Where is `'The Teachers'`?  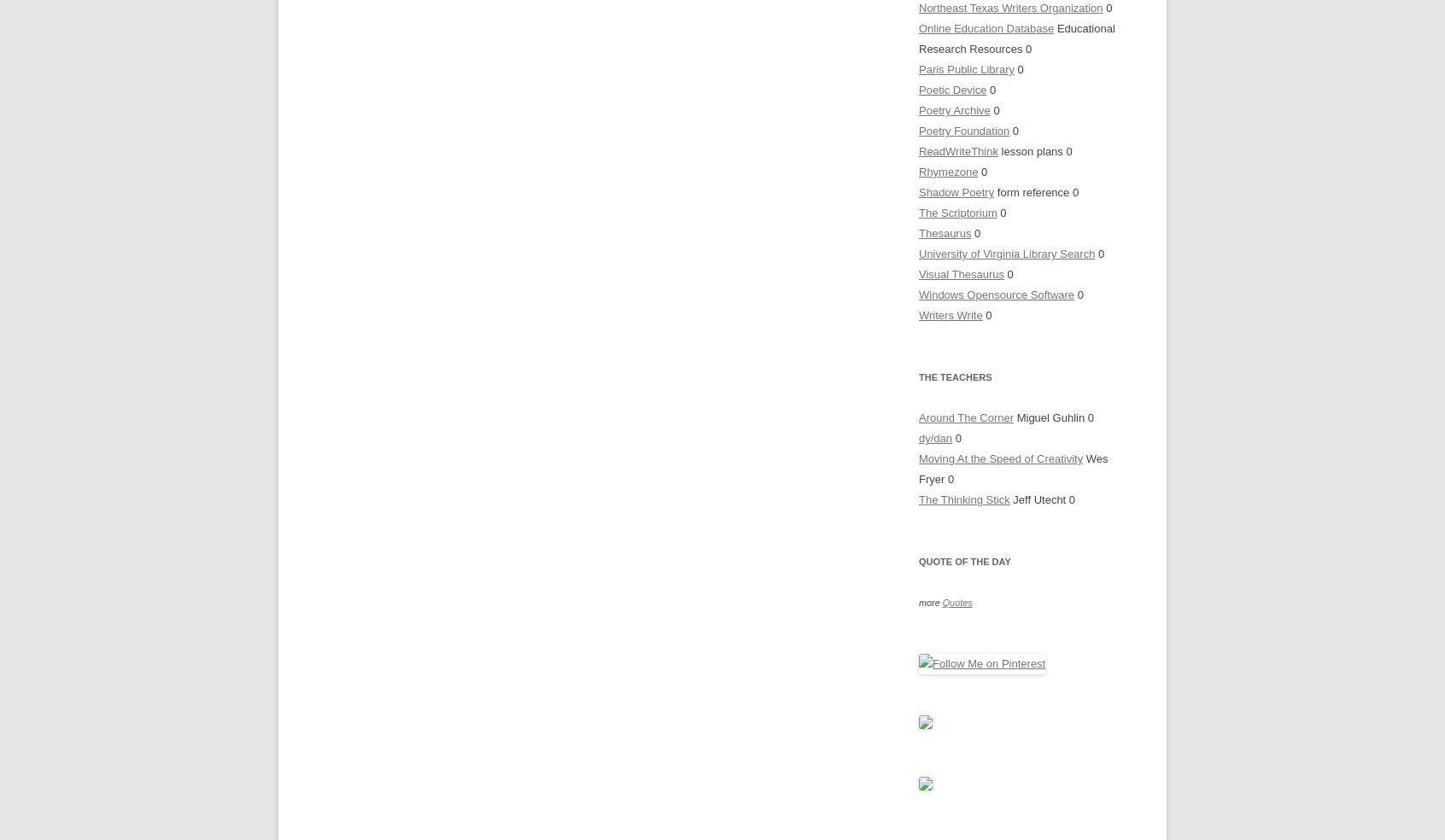 'The Teachers' is located at coordinates (955, 377).